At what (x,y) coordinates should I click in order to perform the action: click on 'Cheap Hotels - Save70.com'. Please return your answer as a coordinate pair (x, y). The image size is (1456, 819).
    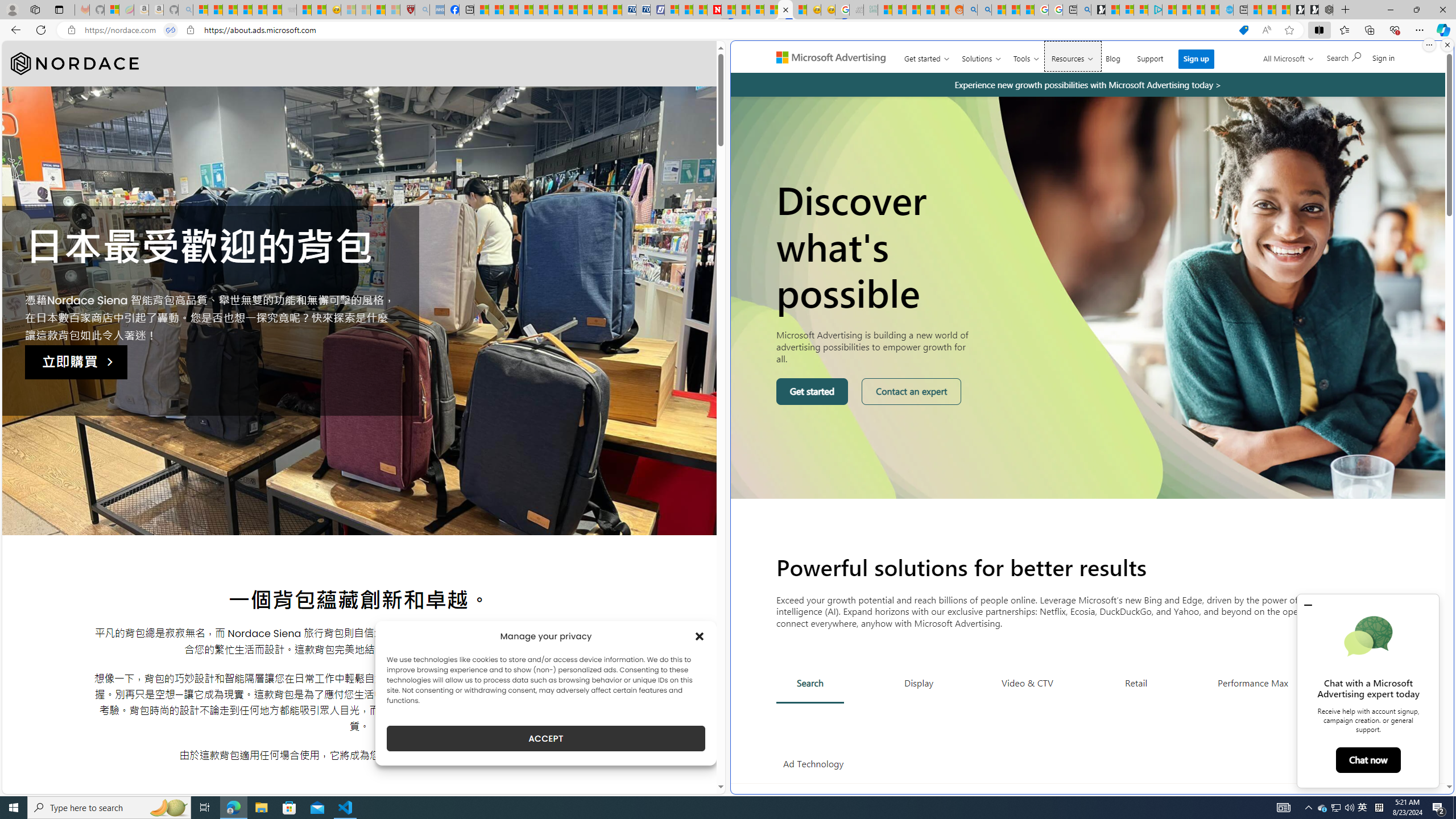
    Looking at the image, I should click on (643, 9).